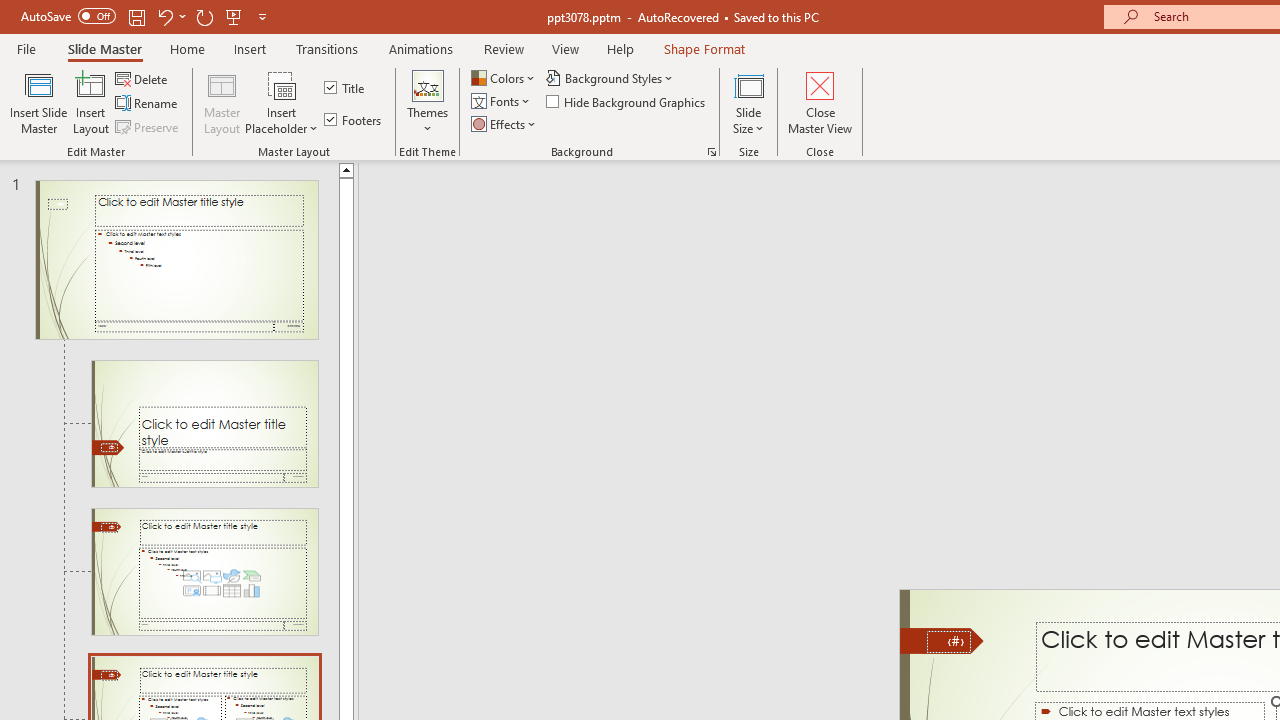 The image size is (1280, 720). Describe the element at coordinates (503, 101) in the screenshot. I see `'Fonts'` at that location.